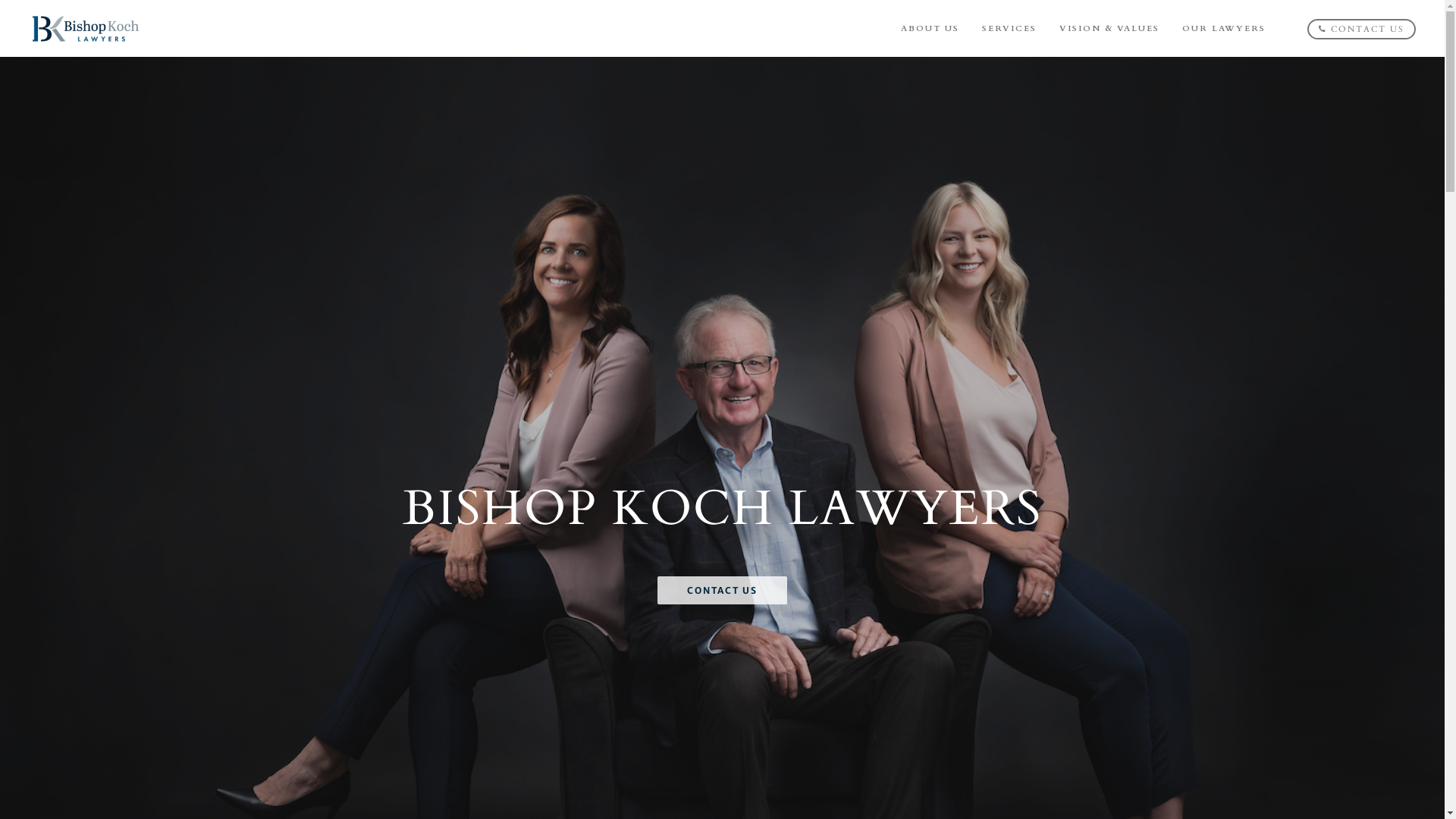  Describe the element at coordinates (85, 28) in the screenshot. I see `'Bishop Koch Lawyers'` at that location.